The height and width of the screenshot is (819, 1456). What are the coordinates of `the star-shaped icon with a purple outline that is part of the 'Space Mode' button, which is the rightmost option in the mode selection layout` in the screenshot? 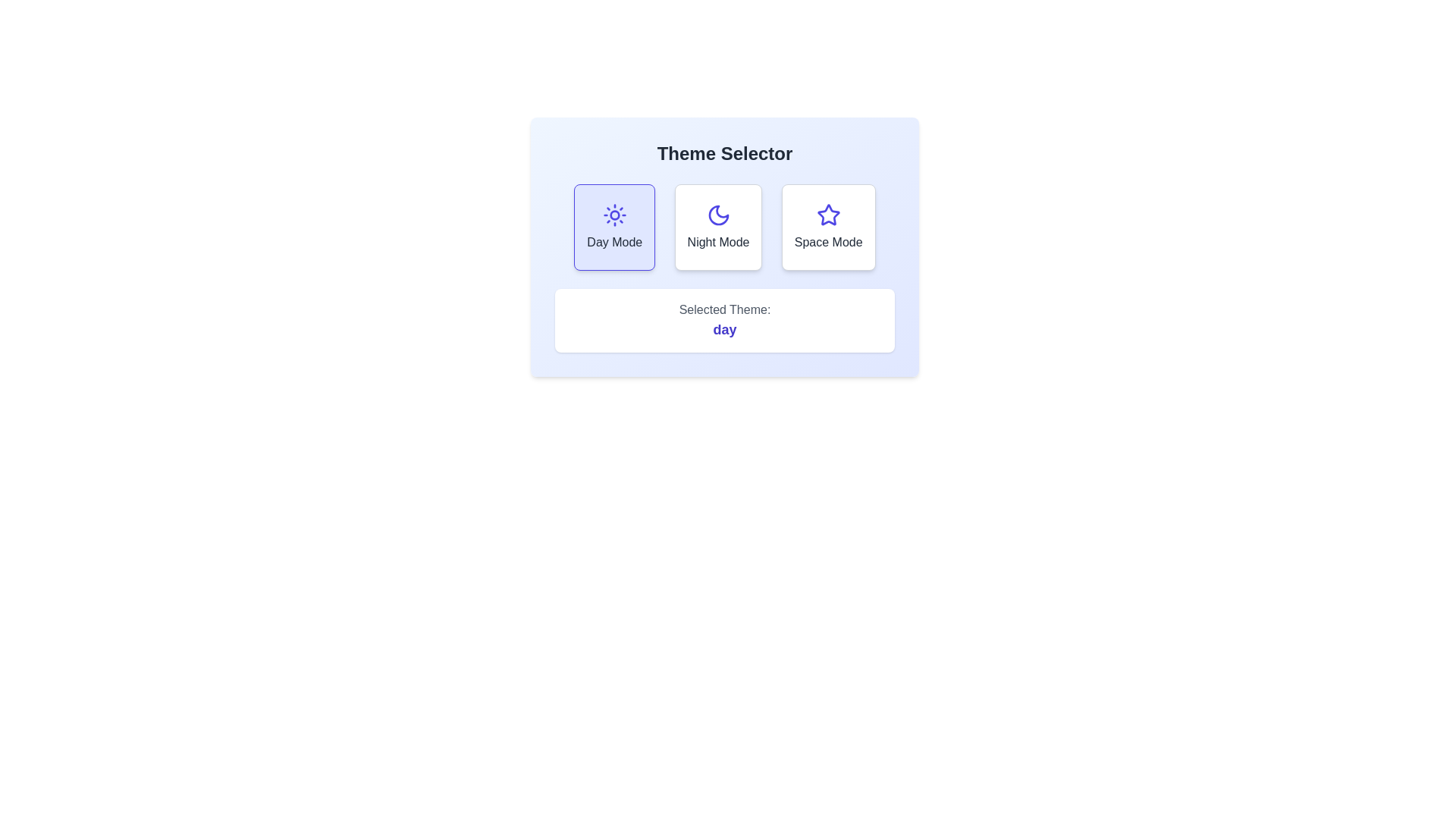 It's located at (827, 215).